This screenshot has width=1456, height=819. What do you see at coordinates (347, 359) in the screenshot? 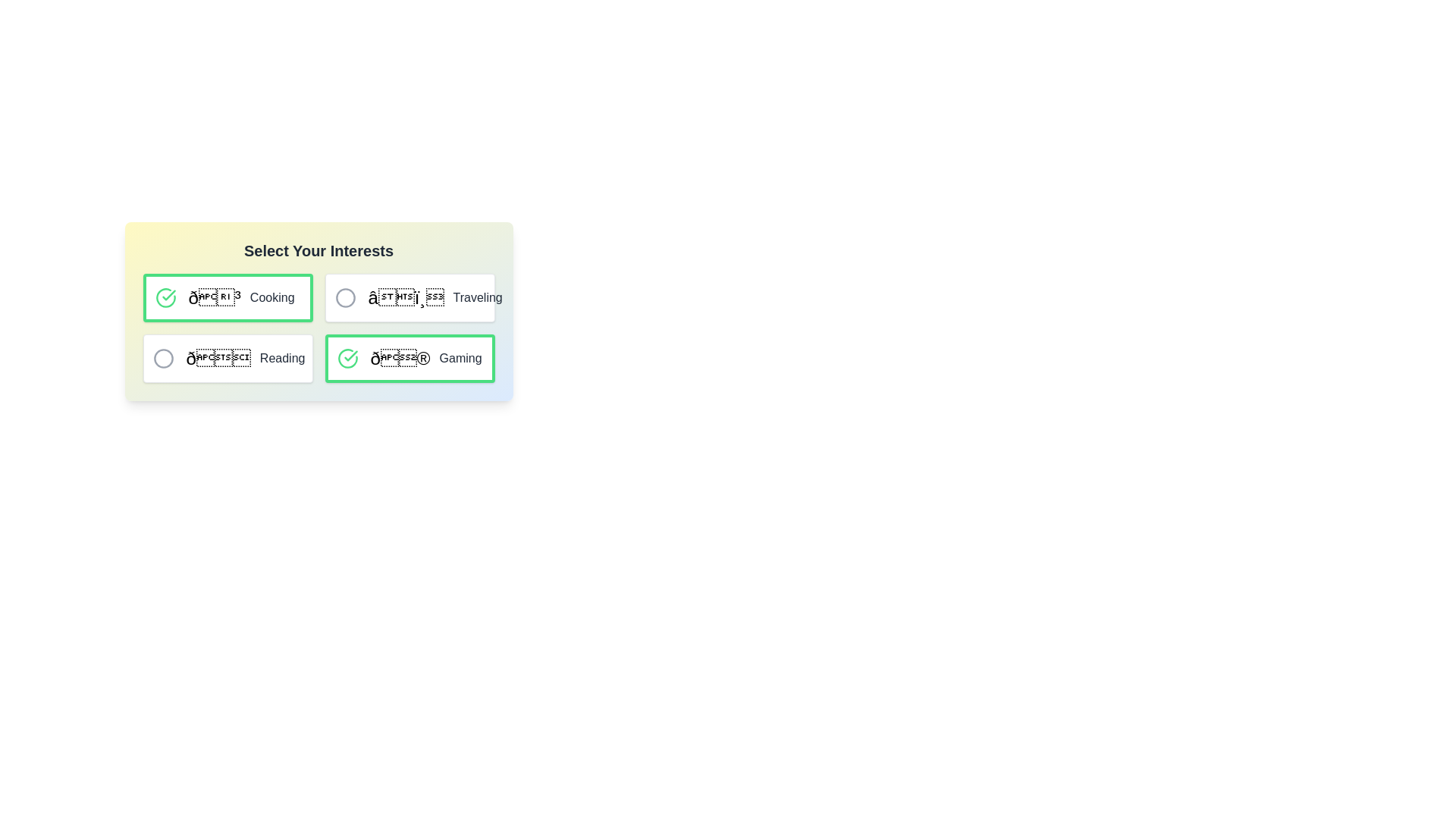
I see `the interest Gaming` at bounding box center [347, 359].